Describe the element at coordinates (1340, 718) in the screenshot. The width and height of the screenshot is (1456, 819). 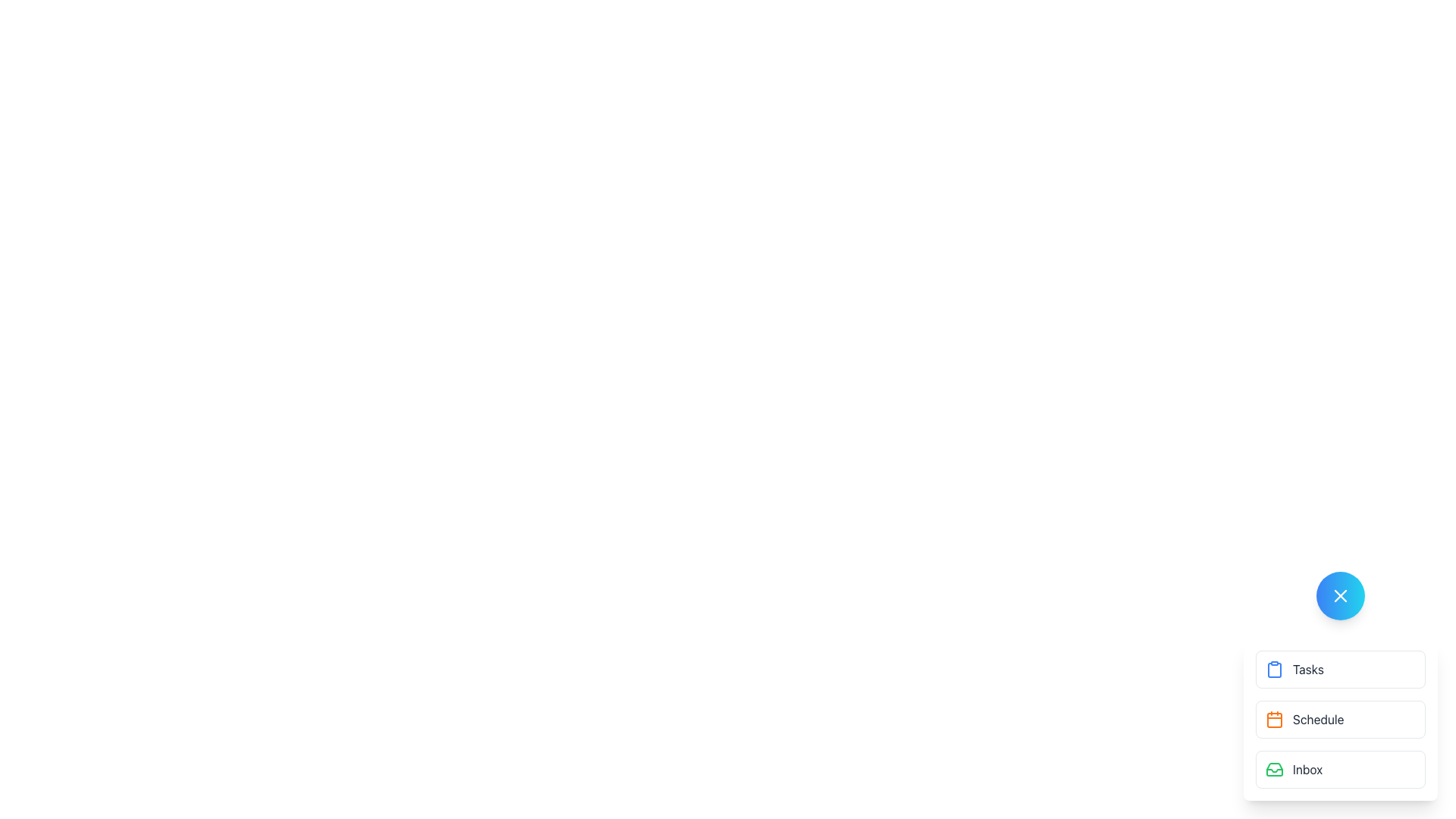
I see `the navigational button located below the 'Tasks' element and above the 'Inbox' element` at that location.